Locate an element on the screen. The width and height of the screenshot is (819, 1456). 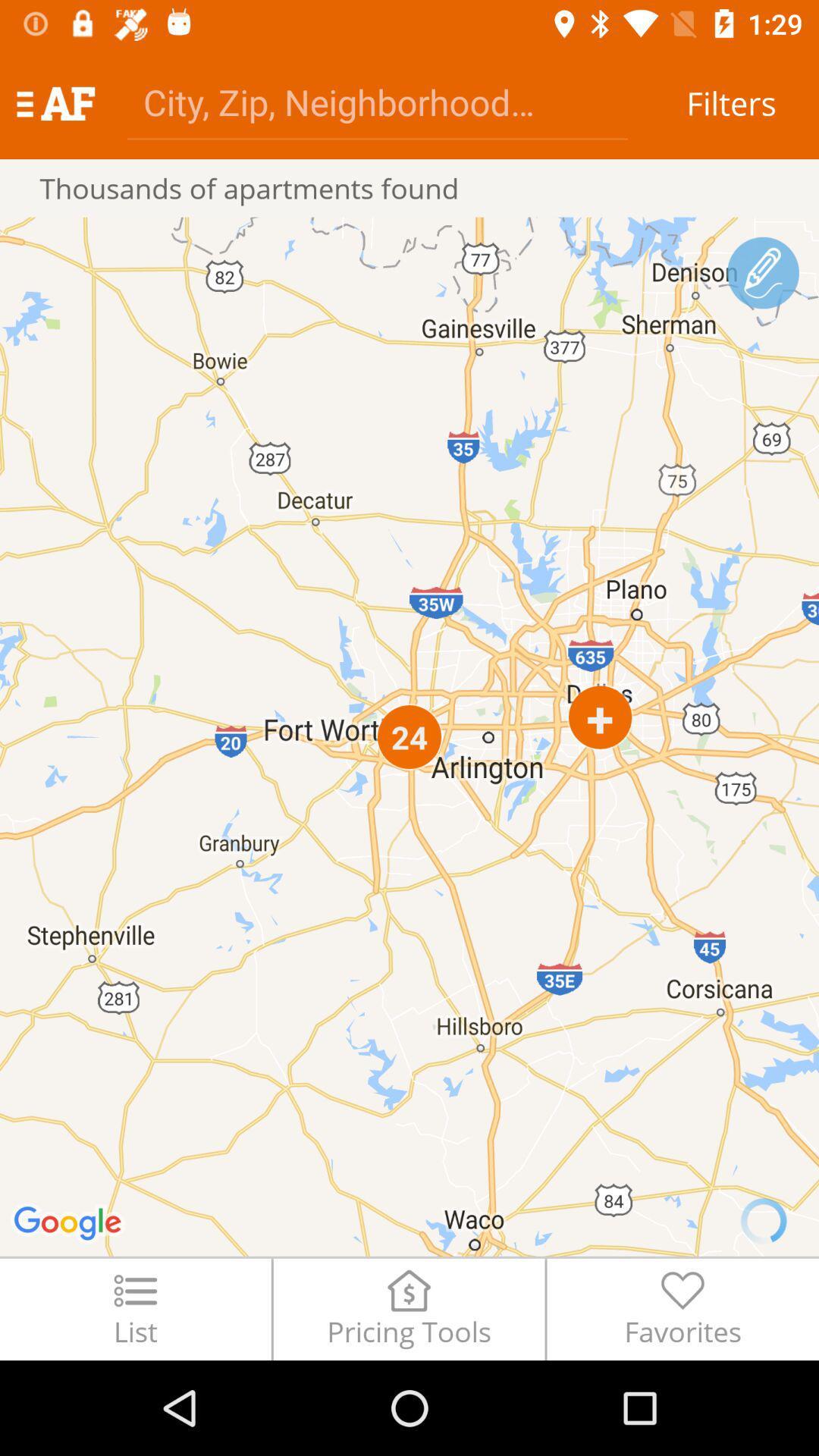
item below filters is located at coordinates (763, 273).